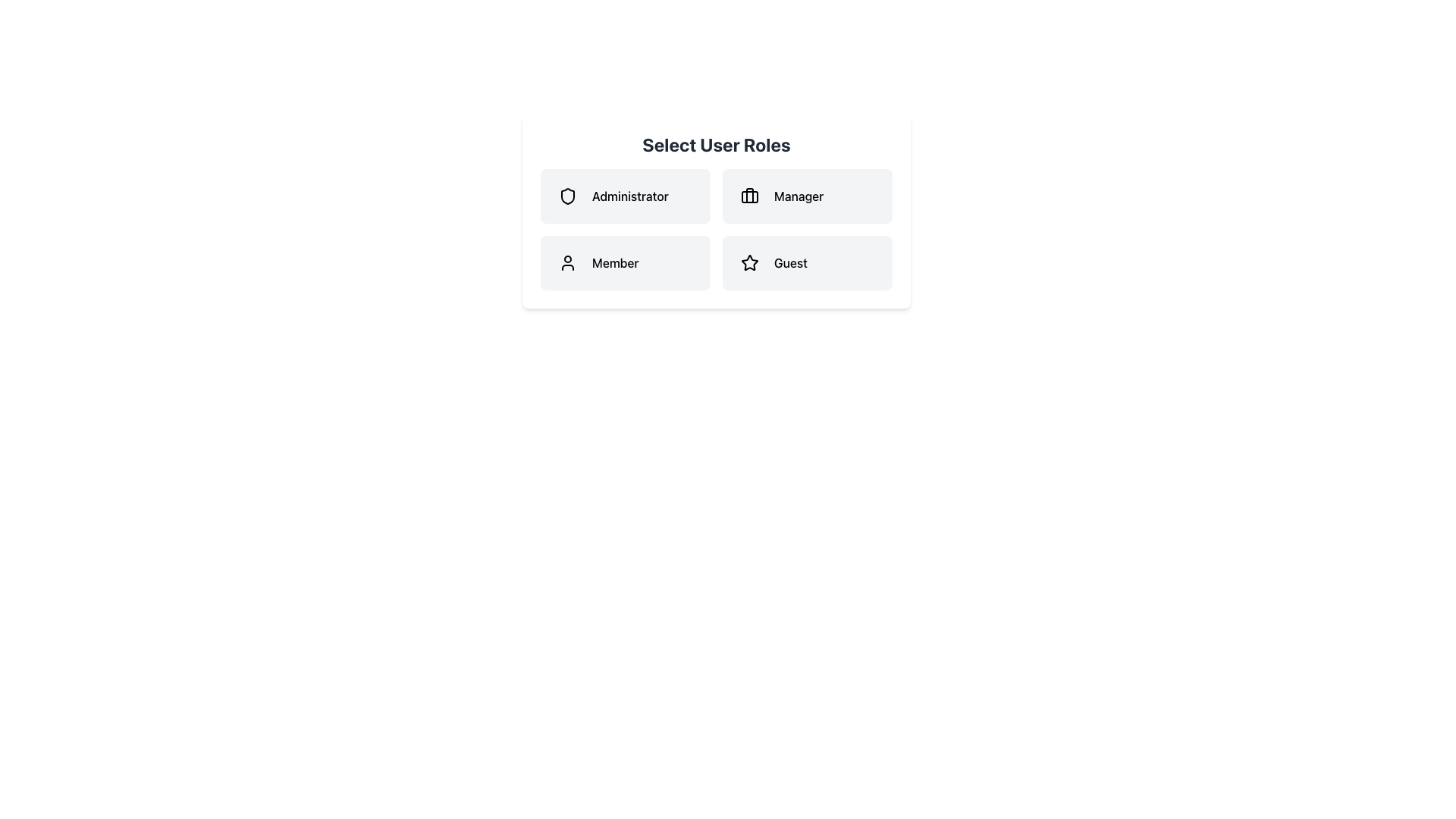  Describe the element at coordinates (566, 195) in the screenshot. I see `the shield-shaped icon outlined in black, which represents the 'Administrator' role in the 'Select User Roles' section of the interface` at that location.